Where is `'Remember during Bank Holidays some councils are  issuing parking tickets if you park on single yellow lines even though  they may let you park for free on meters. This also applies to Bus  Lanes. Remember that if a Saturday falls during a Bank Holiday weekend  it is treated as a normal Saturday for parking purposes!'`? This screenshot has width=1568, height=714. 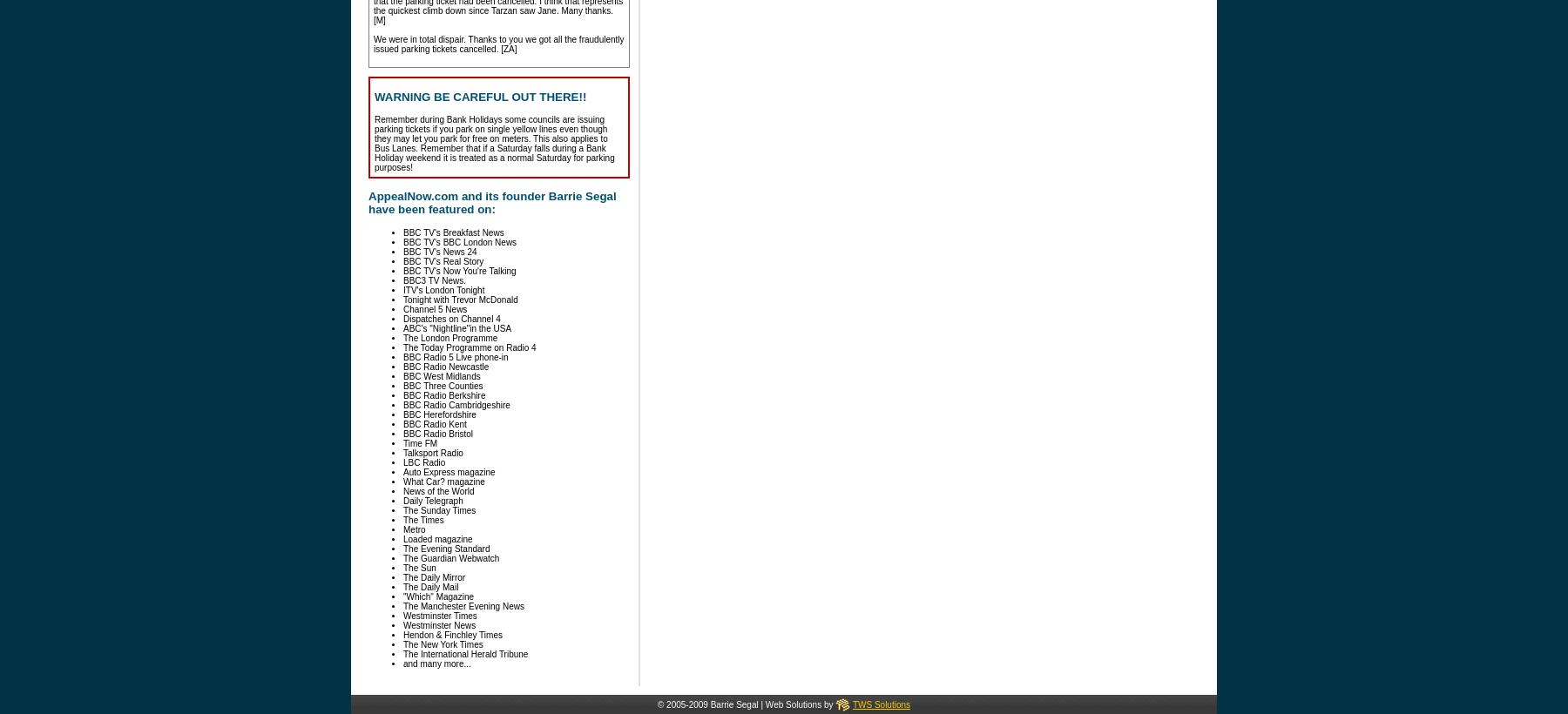 'Remember during Bank Holidays some councils are  issuing parking tickets if you park on single yellow lines even though  they may let you park for free on meters. This also applies to Bus  Lanes. Remember that if a Saturday falls during a Bank Holiday weekend  it is treated as a normal Saturday for parking purposes!' is located at coordinates (494, 143).